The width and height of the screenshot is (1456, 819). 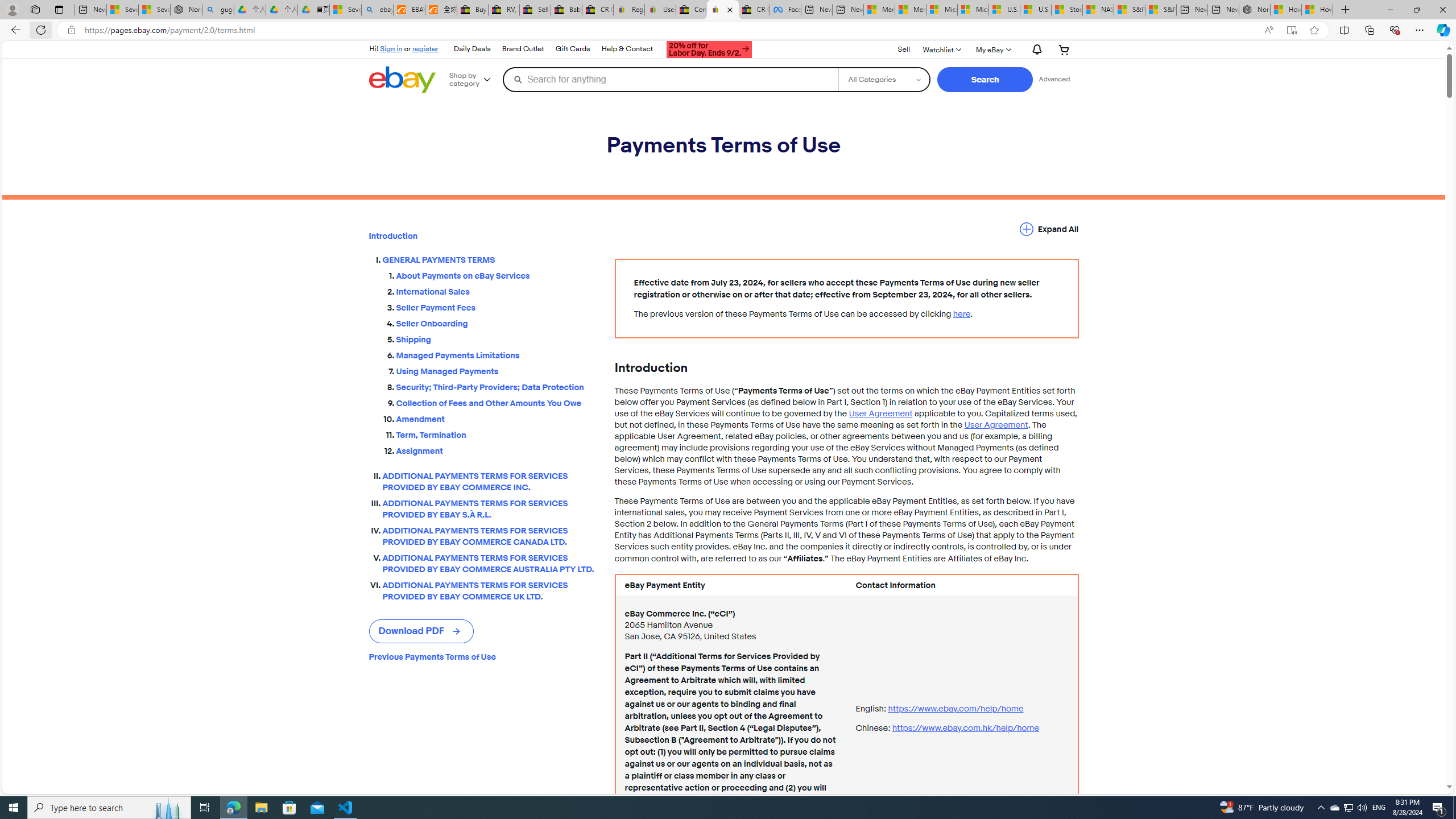 What do you see at coordinates (723, 9) in the screenshot?
I see `'Payments Terms of Use | eBay.com'` at bounding box center [723, 9].